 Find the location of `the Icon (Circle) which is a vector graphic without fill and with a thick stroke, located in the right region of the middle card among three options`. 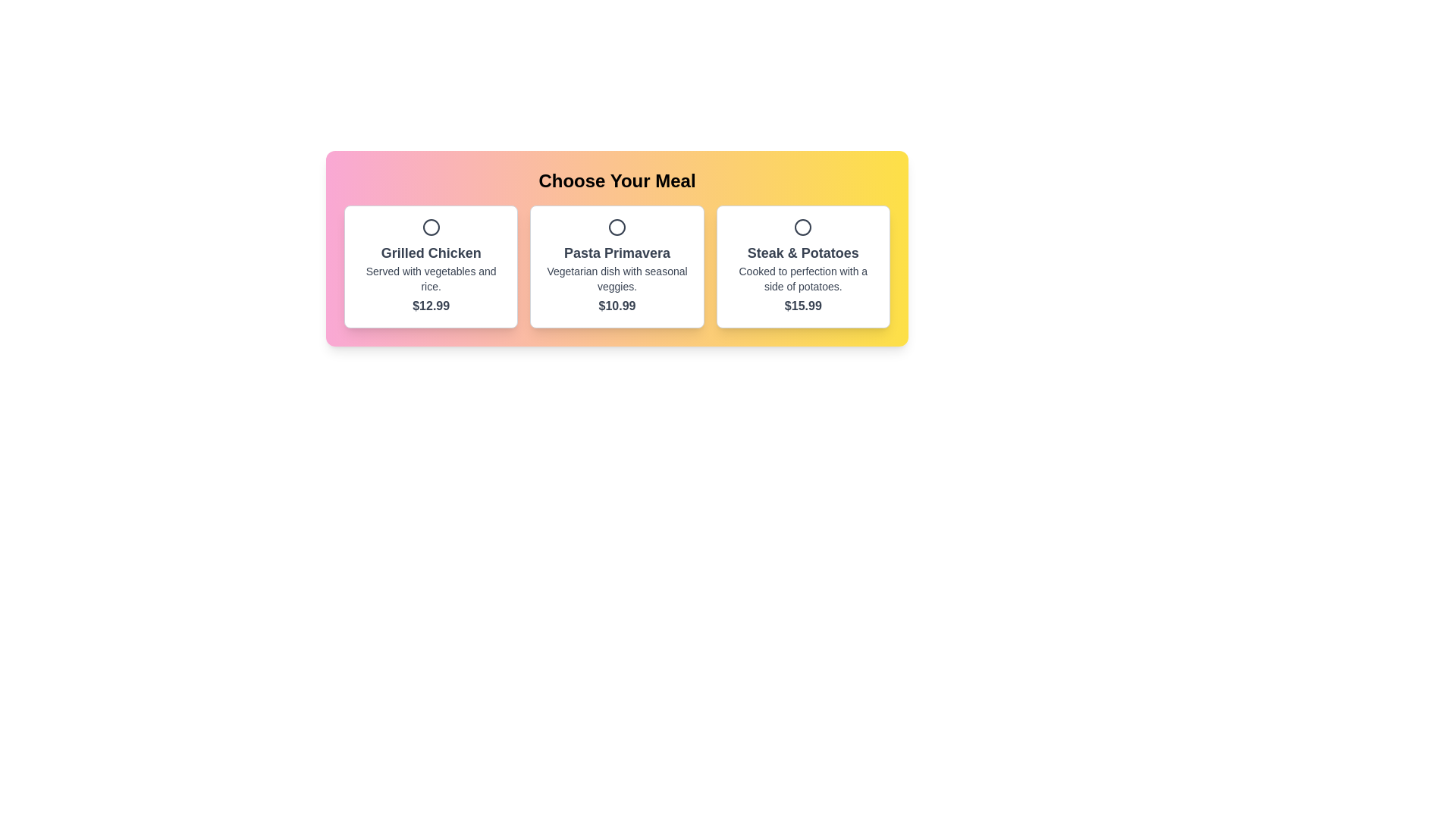

the Icon (Circle) which is a vector graphic without fill and with a thick stroke, located in the right region of the middle card among three options is located at coordinates (617, 227).